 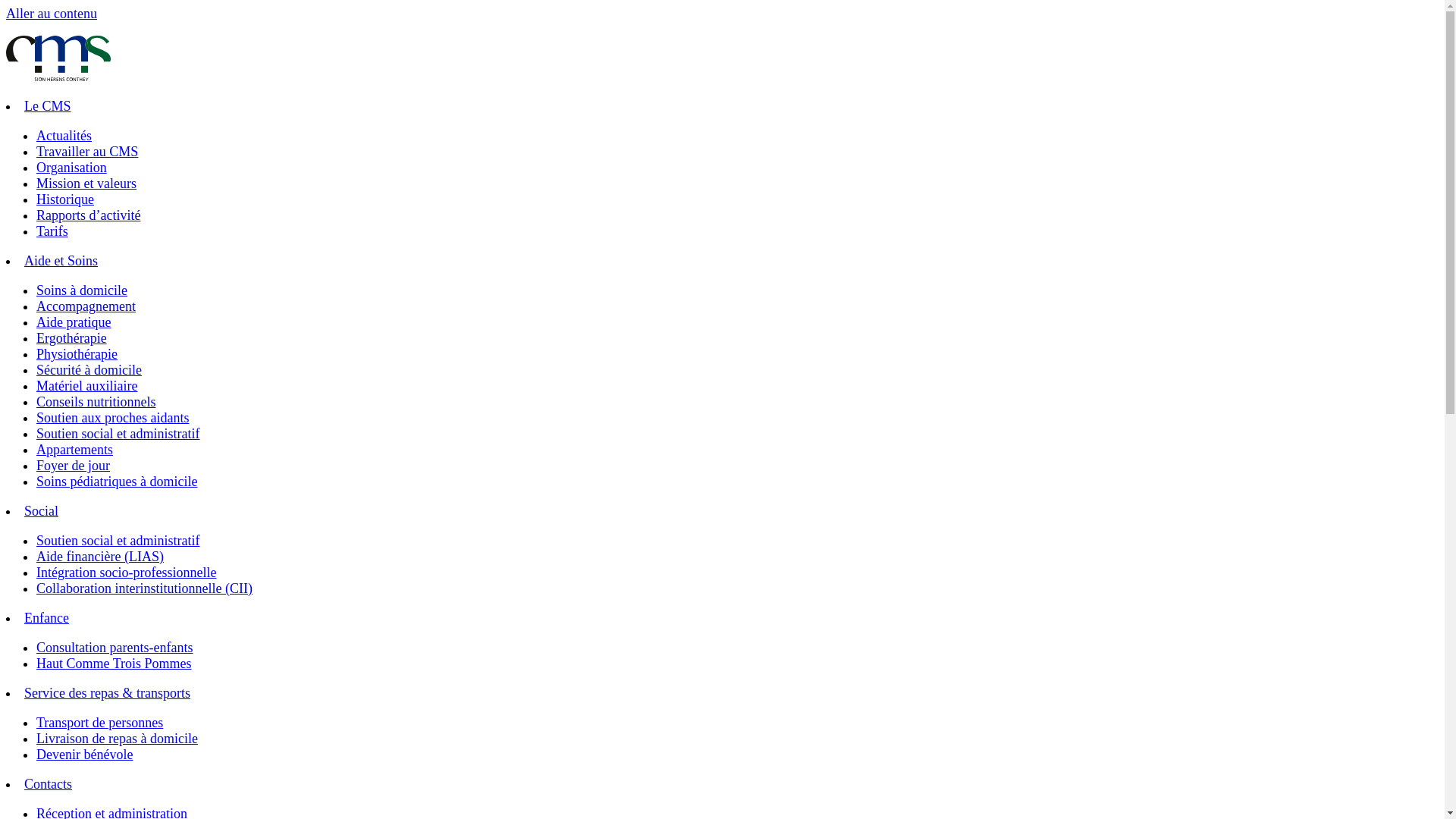 What do you see at coordinates (36, 167) in the screenshot?
I see `'Organisation'` at bounding box center [36, 167].